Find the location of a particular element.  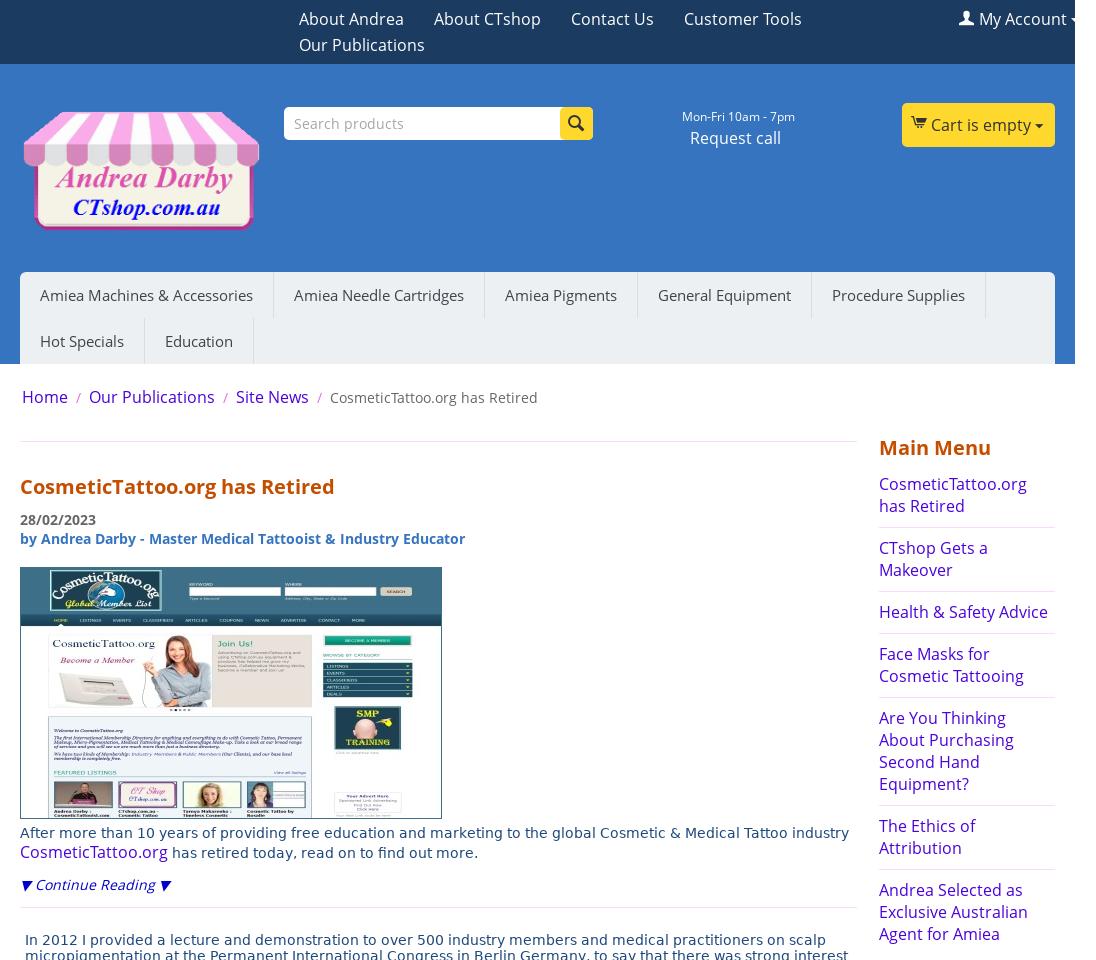

'CosmeticTattoo.org' is located at coordinates (93, 850).